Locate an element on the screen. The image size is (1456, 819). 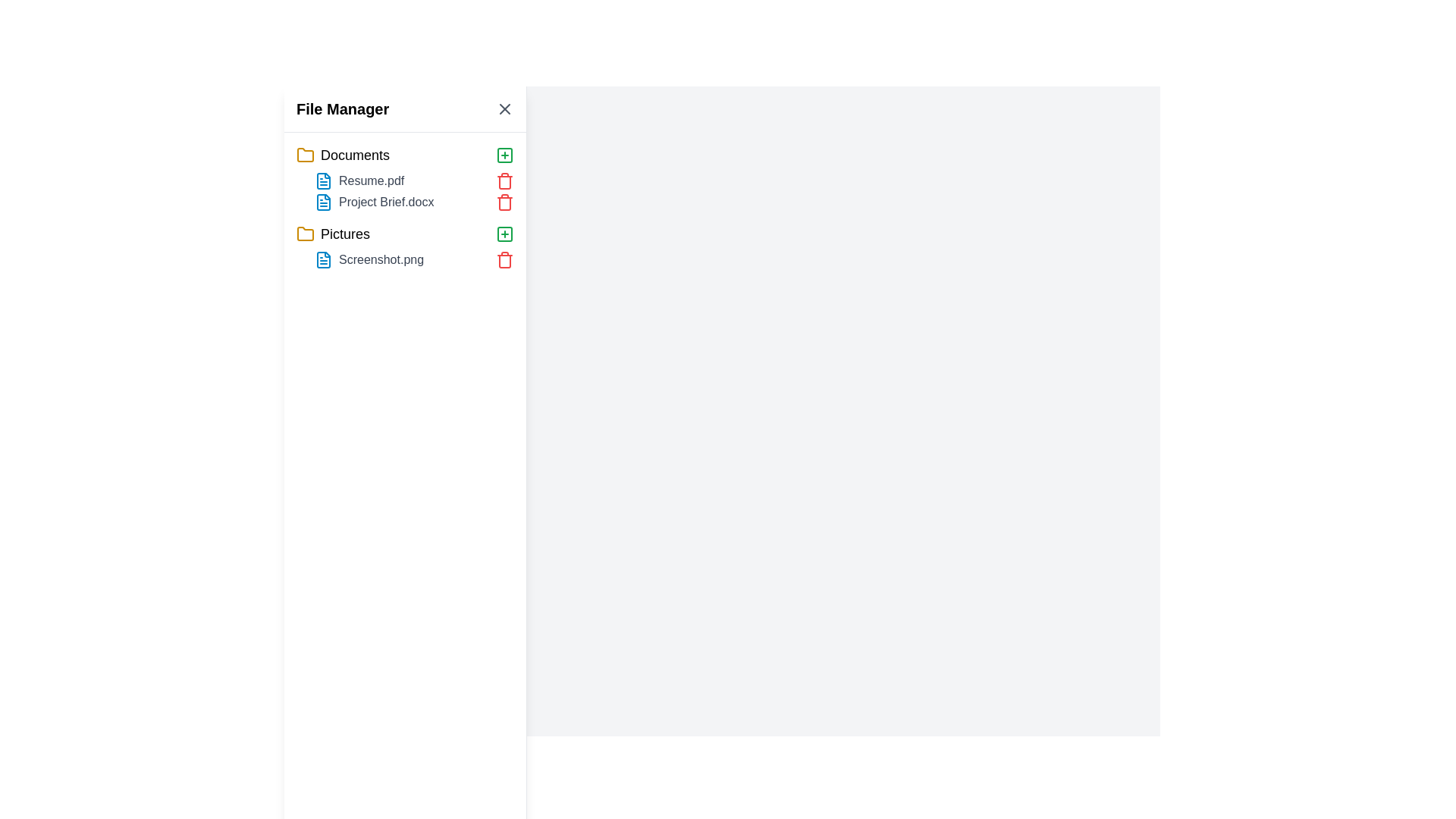
the appearance of the green-bordered square with rounded corners that represents the plus sign in the file management interface, located adjacent to the 'Documents' folder entry is located at coordinates (505, 234).